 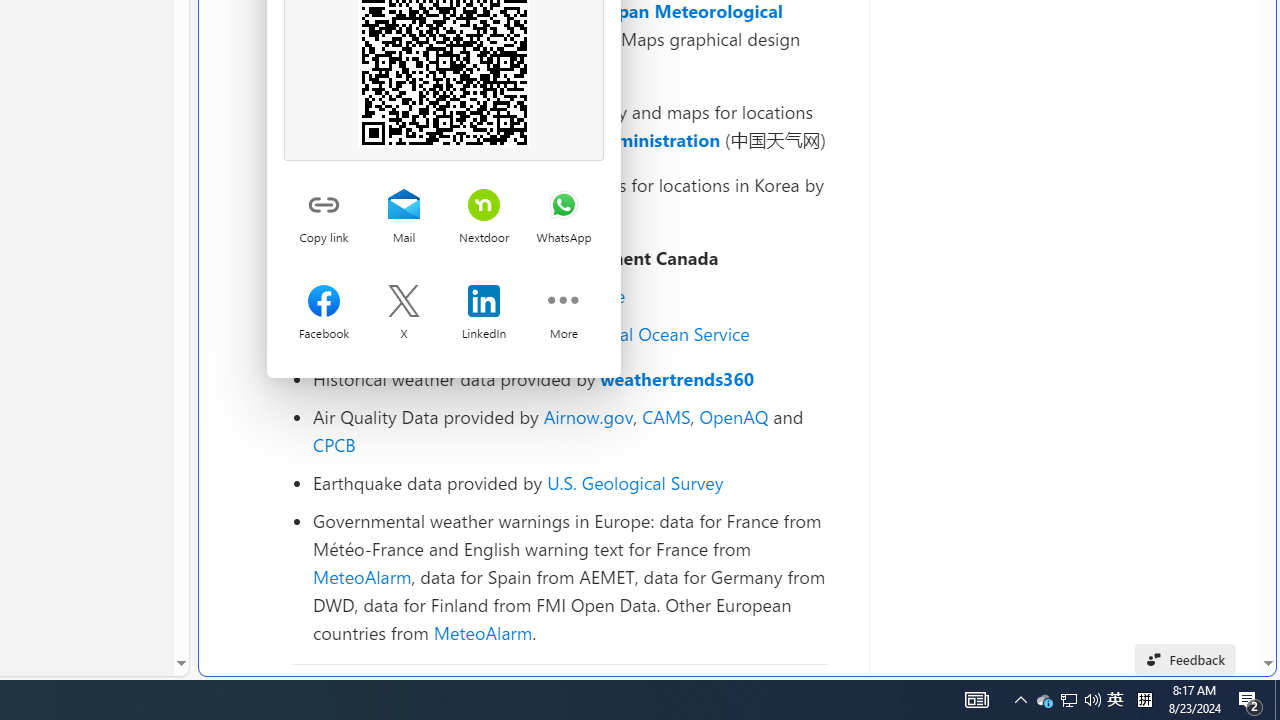 What do you see at coordinates (334, 443) in the screenshot?
I see `'CPCB'` at bounding box center [334, 443].